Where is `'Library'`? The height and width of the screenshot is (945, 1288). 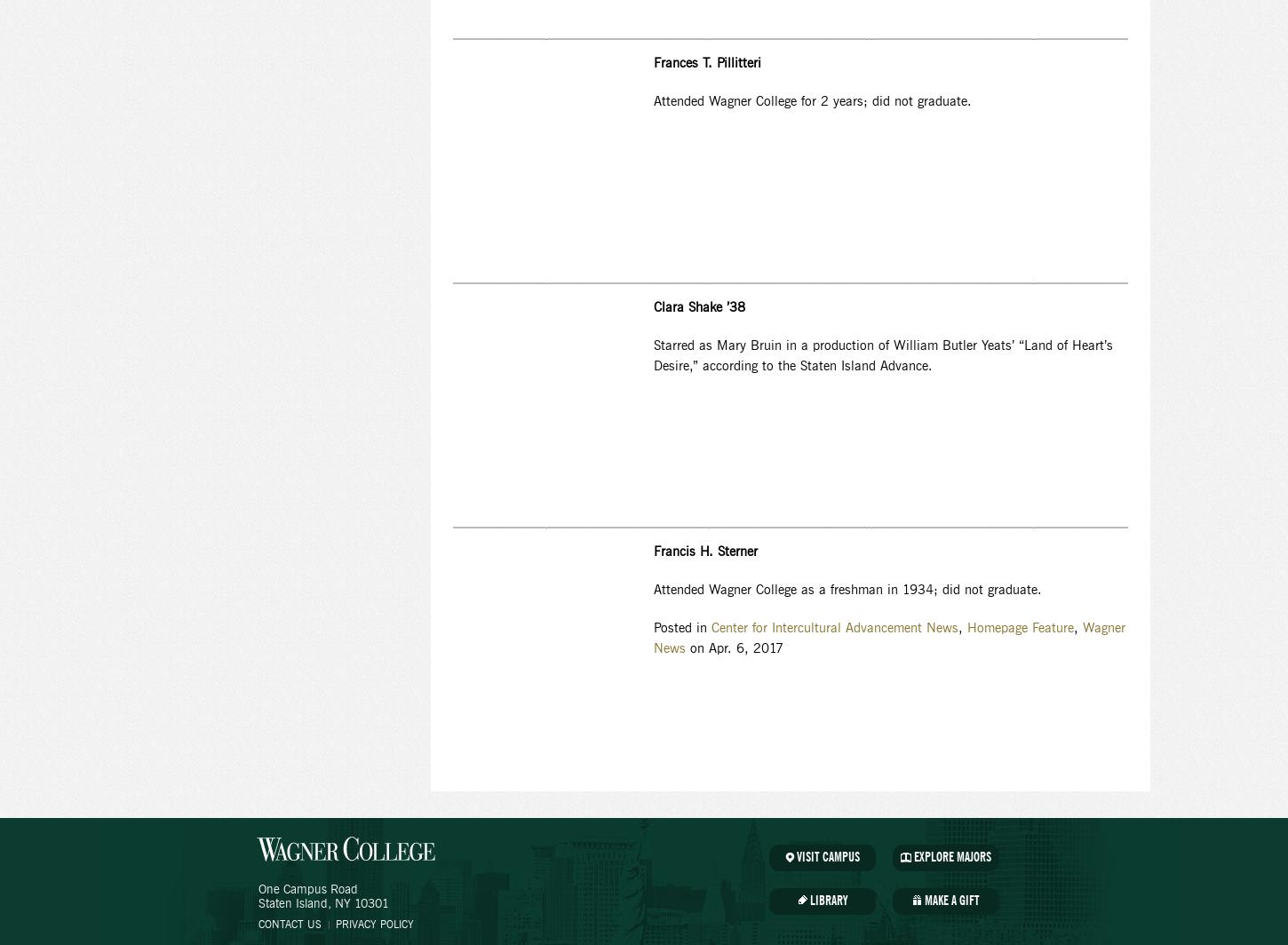 'Library' is located at coordinates (827, 901).